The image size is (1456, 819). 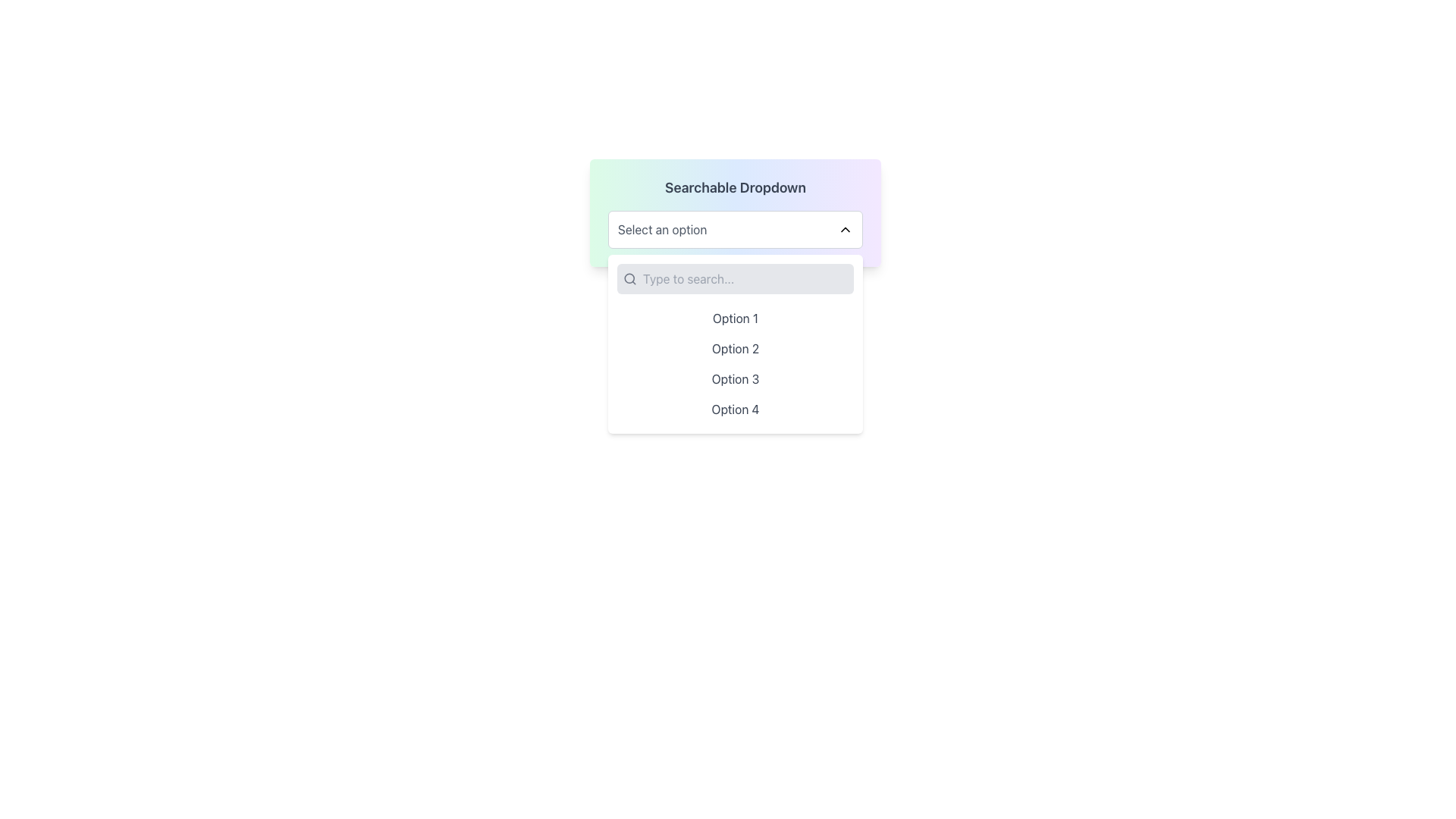 What do you see at coordinates (735, 409) in the screenshot?
I see `the 'Option 4' text-based option in the dropdown menu` at bounding box center [735, 409].